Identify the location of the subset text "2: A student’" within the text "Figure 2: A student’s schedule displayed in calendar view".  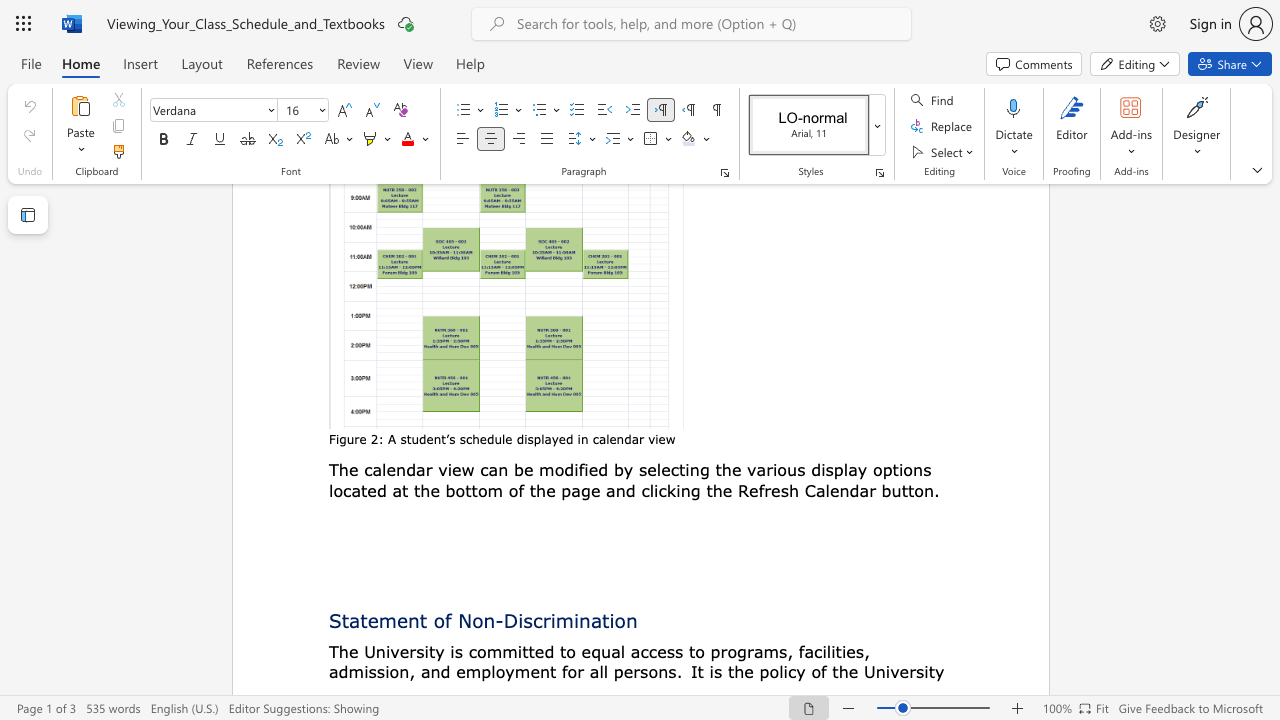
(370, 438).